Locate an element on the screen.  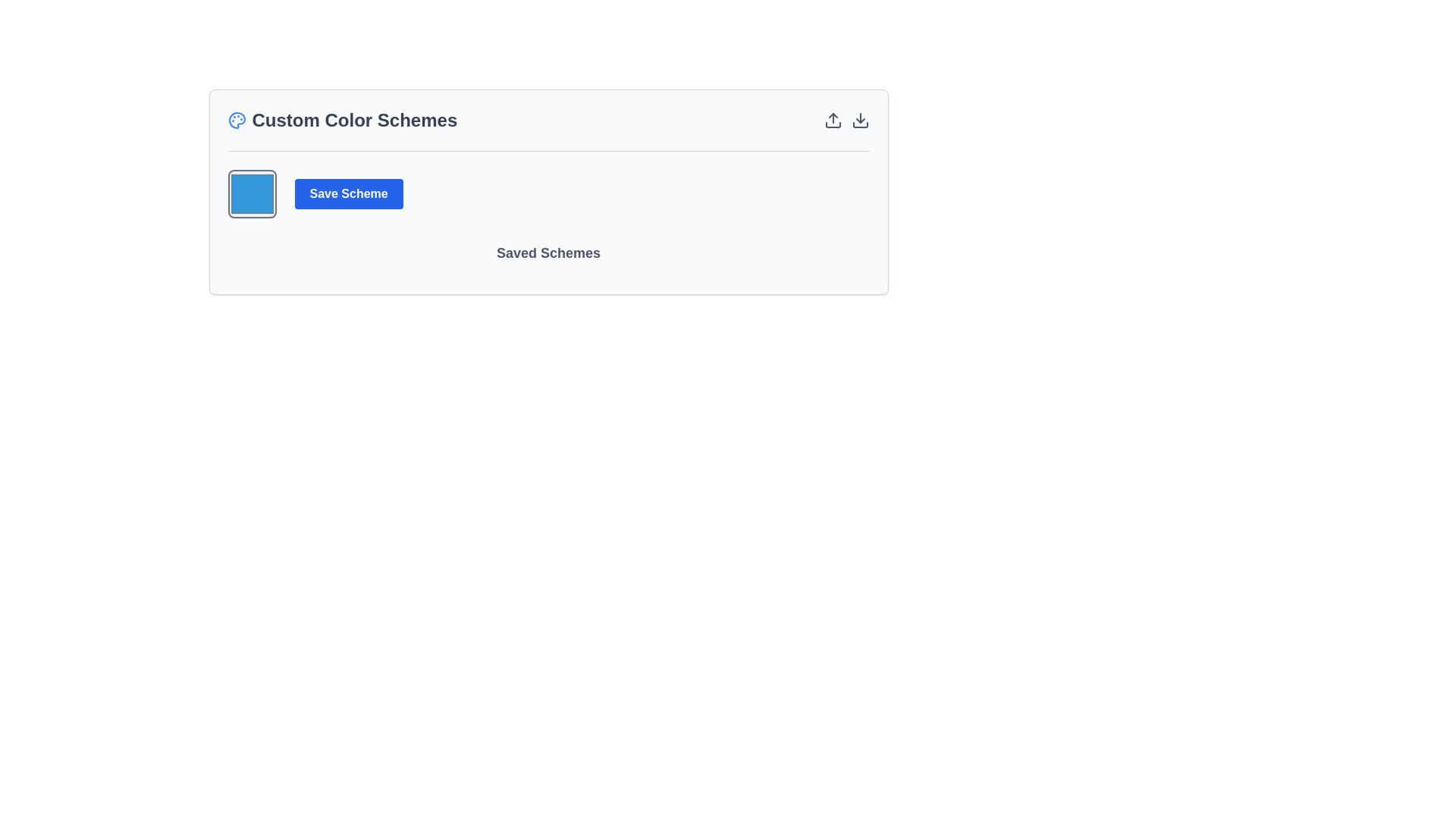
the download icon located to the far right of the 'Custom Color Schemes' title in the horizontal toolbar to initiate an export action is located at coordinates (846, 119).